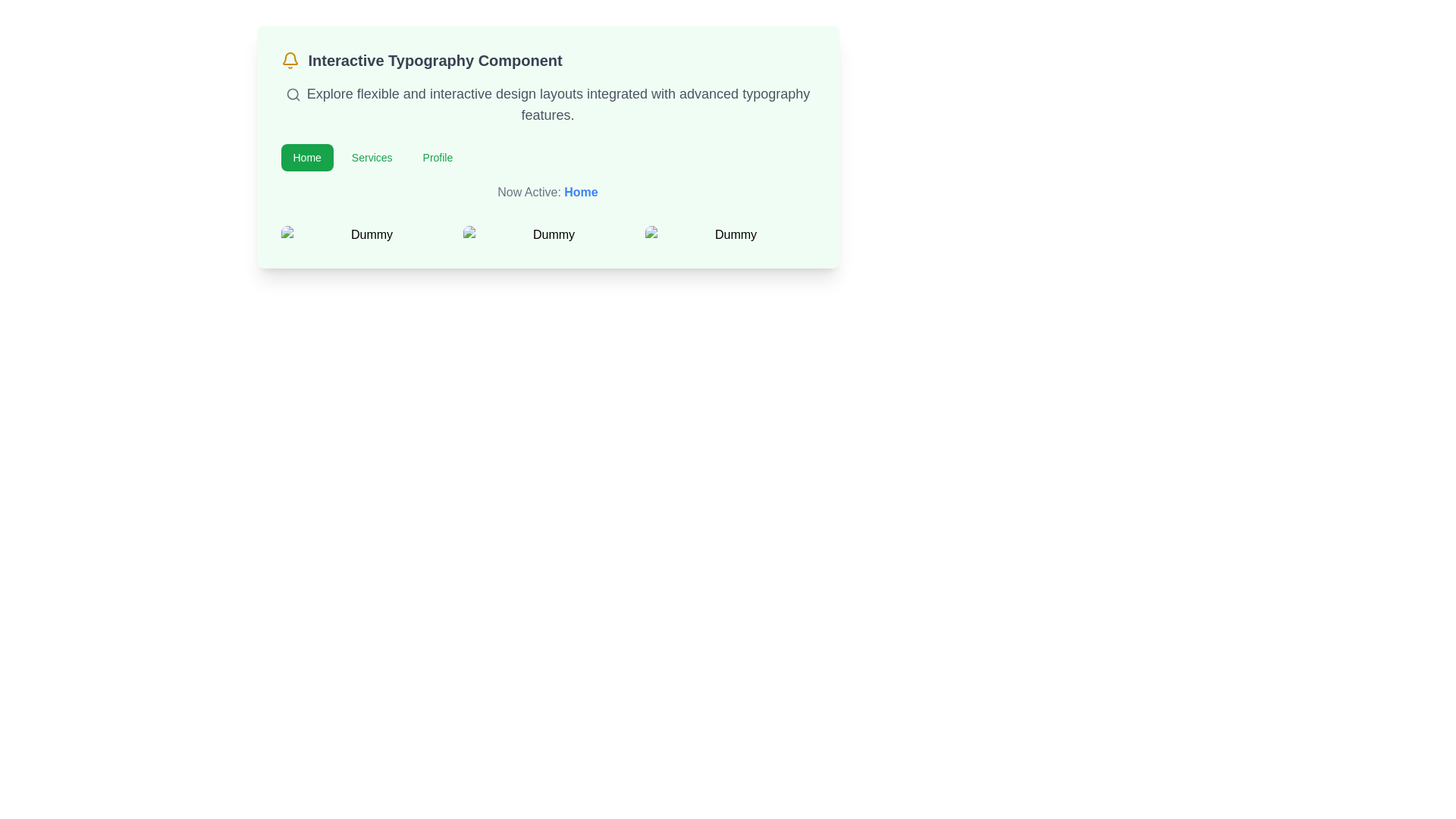 This screenshot has height=819, width=1456. I want to click on the 'Home' text label indicating the current active section in the interface, so click(580, 191).